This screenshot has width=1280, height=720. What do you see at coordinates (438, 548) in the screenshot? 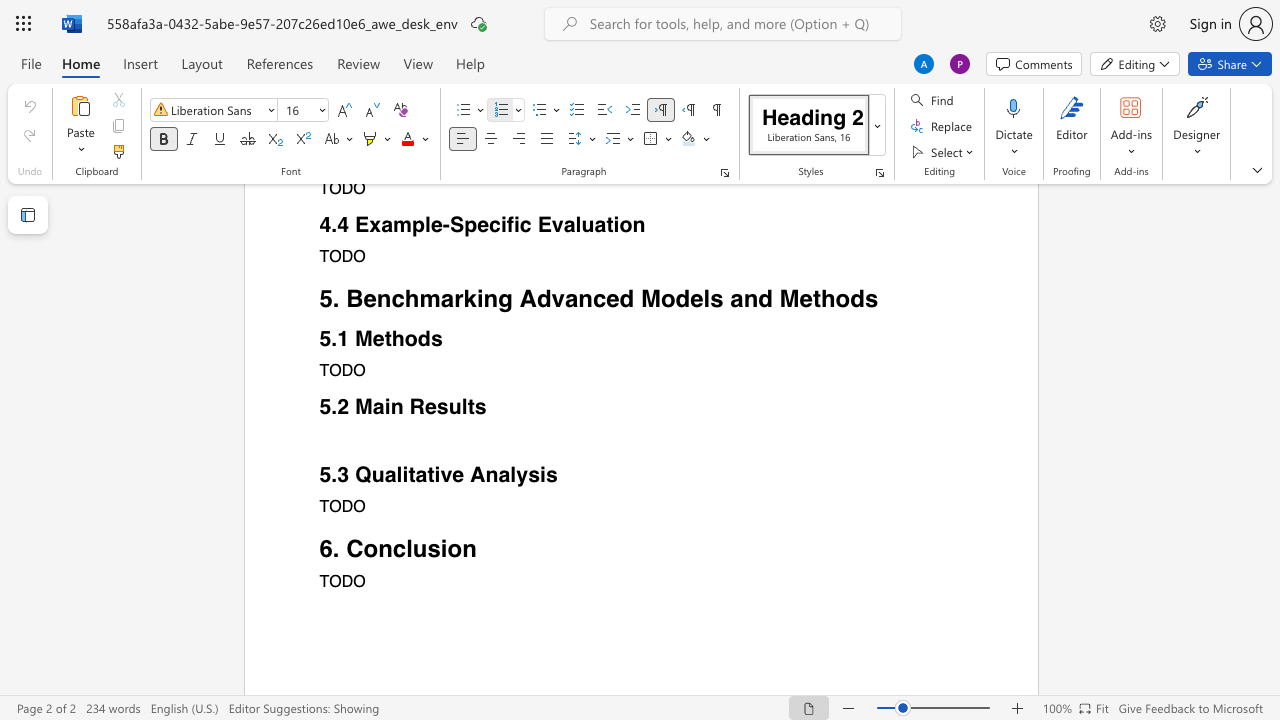
I see `the space between the continuous character "s" and "i" in the text` at bounding box center [438, 548].